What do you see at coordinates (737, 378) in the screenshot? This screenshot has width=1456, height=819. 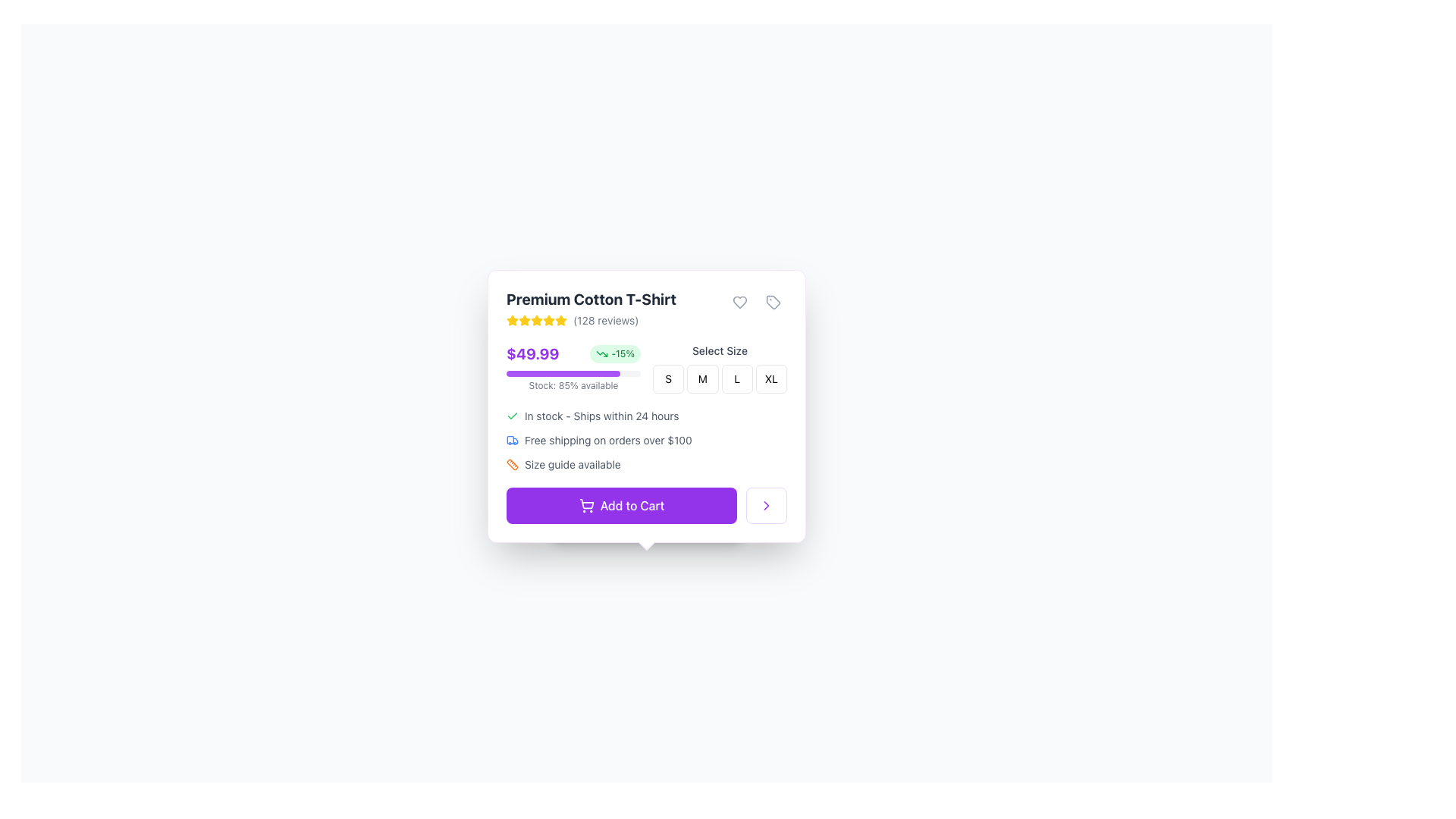 I see `the 'L' size button located in the 'Select Size' section, which is the third button in a group of four buttons labeled 'S', 'M', 'L', and 'XL'` at bounding box center [737, 378].